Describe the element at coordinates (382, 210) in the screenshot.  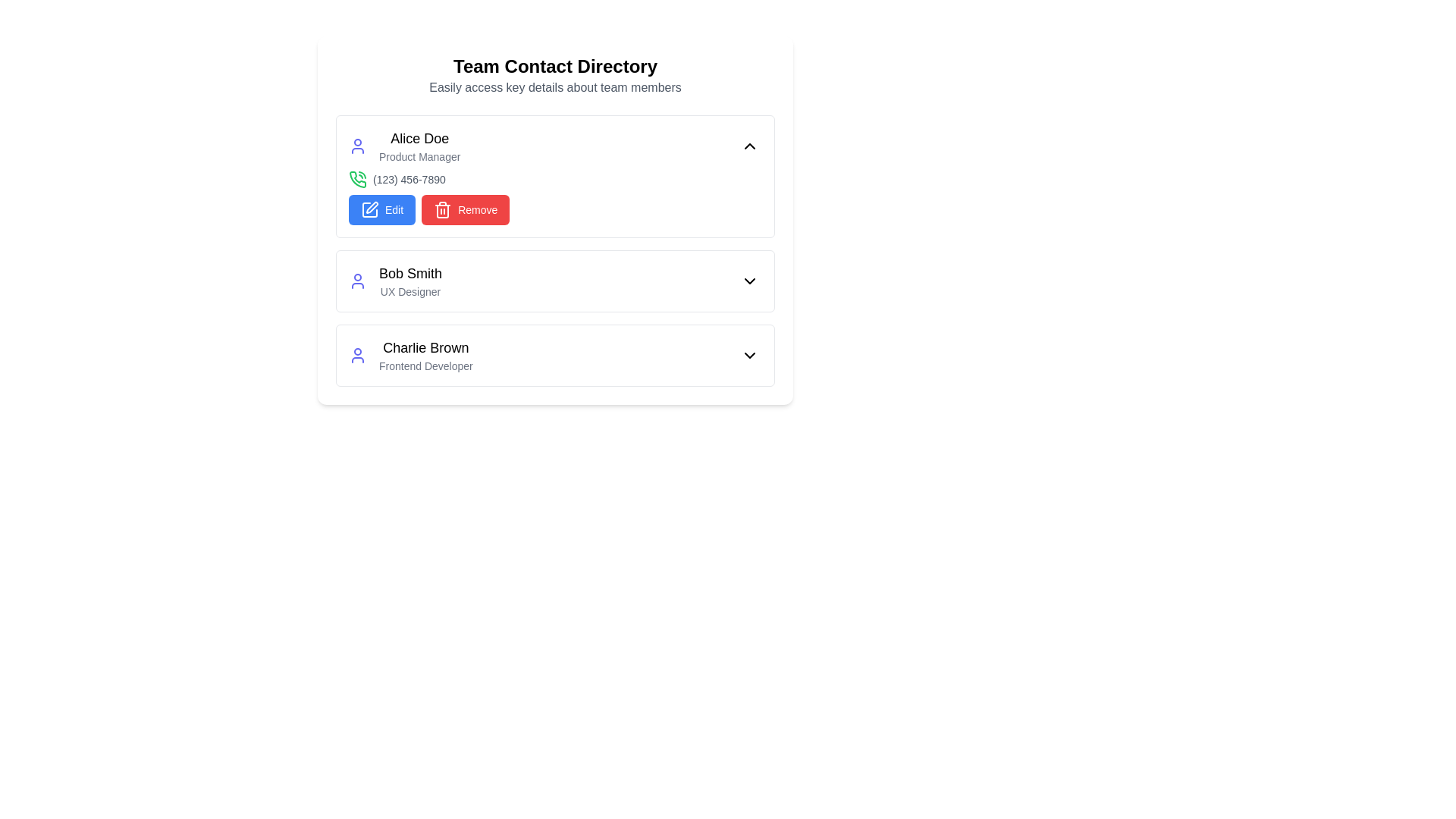
I see `the edit button located beneath the user information for 'Alice Doe'` at that location.